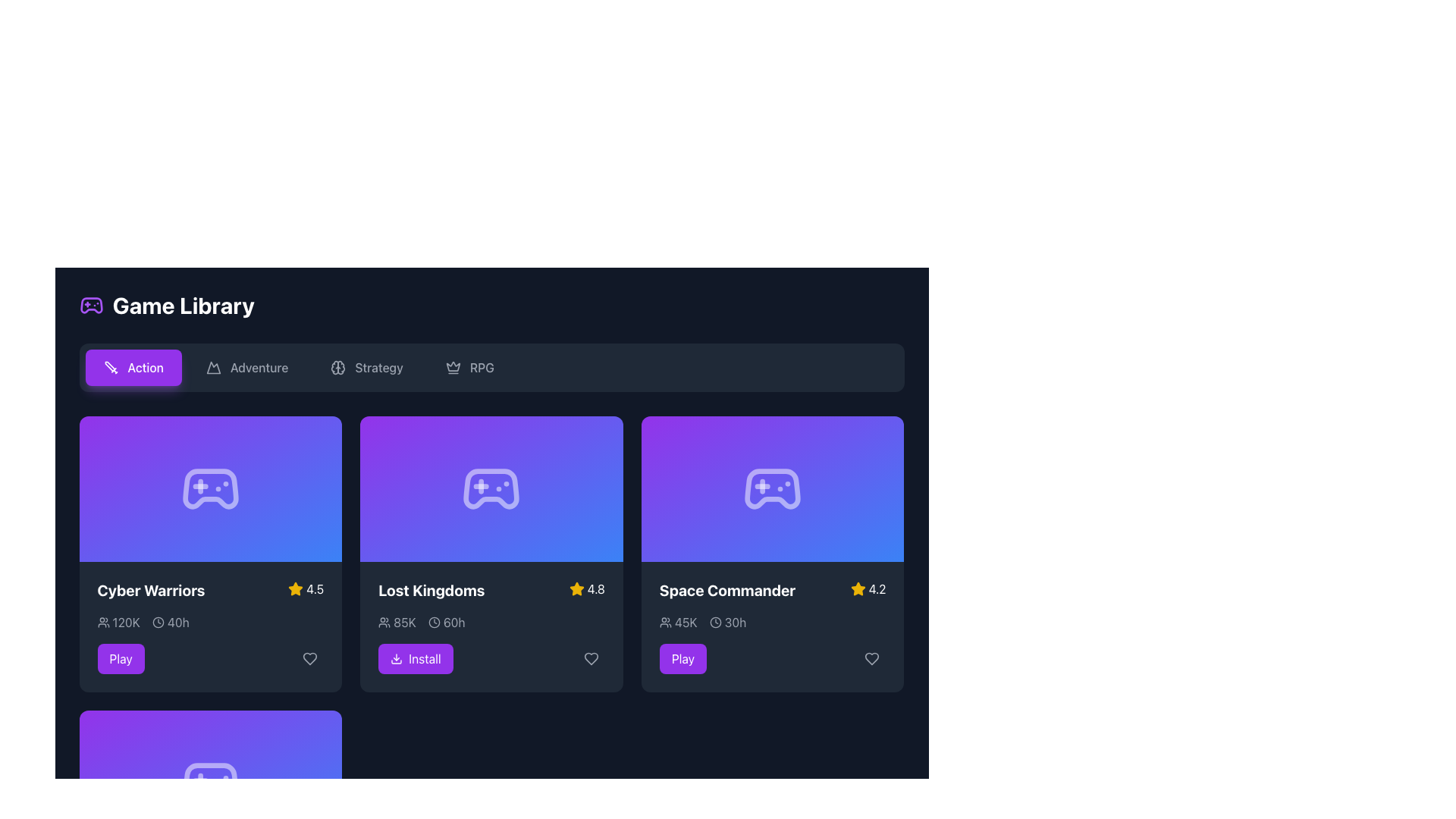 This screenshot has height=819, width=1456. Describe the element at coordinates (118, 623) in the screenshot. I see `text indicating the estimated number of users or participants associated with 'Cyber Warriors', located in the lower left portion of the card above the '40h' label` at that location.